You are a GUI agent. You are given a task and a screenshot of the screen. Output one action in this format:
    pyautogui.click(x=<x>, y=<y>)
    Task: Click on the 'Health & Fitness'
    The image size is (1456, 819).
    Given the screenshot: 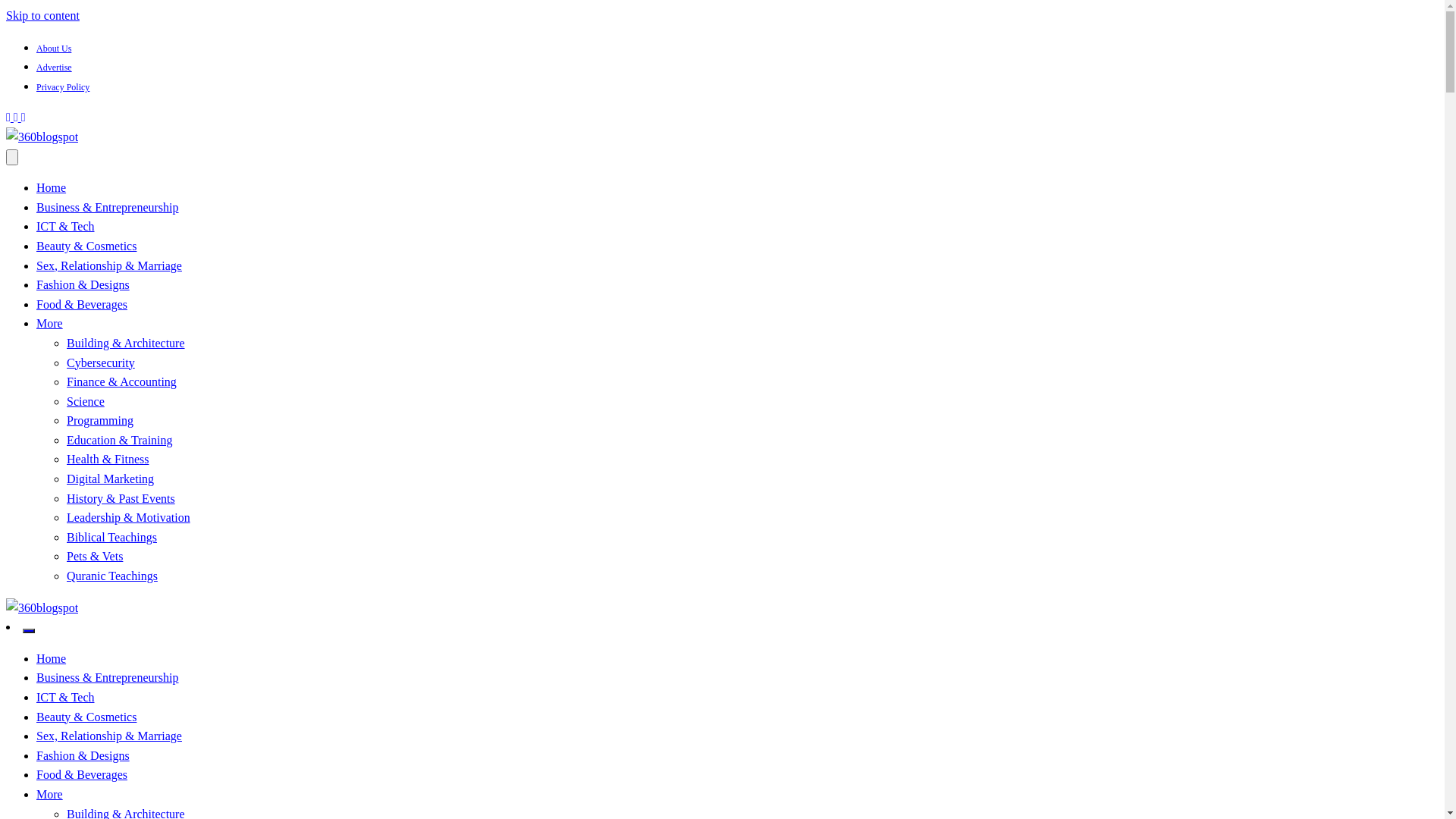 What is the action you would take?
    pyautogui.click(x=65, y=458)
    